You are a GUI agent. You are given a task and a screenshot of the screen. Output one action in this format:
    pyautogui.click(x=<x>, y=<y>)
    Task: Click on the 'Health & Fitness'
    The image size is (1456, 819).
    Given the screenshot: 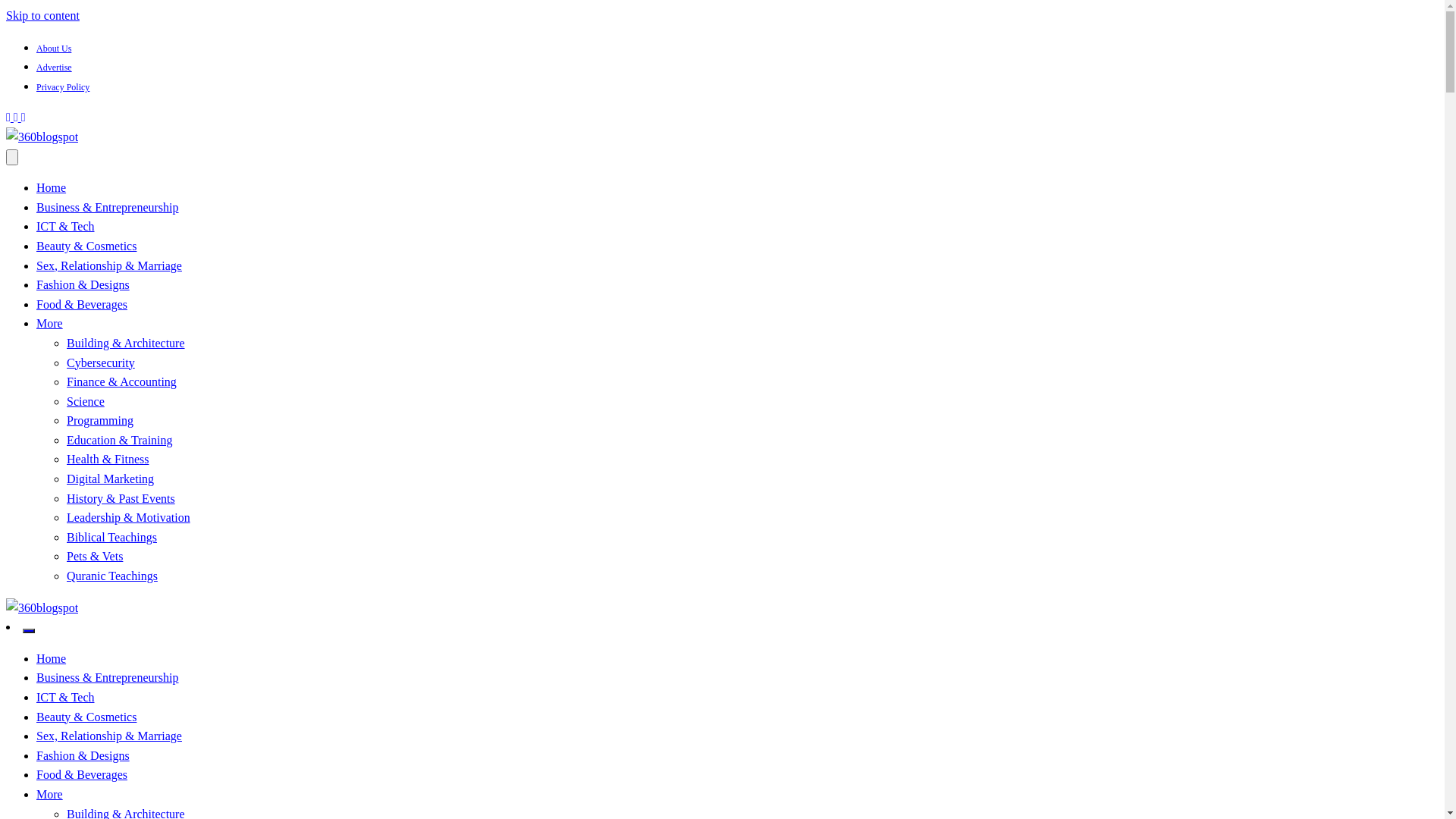 What is the action you would take?
    pyautogui.click(x=65, y=458)
    